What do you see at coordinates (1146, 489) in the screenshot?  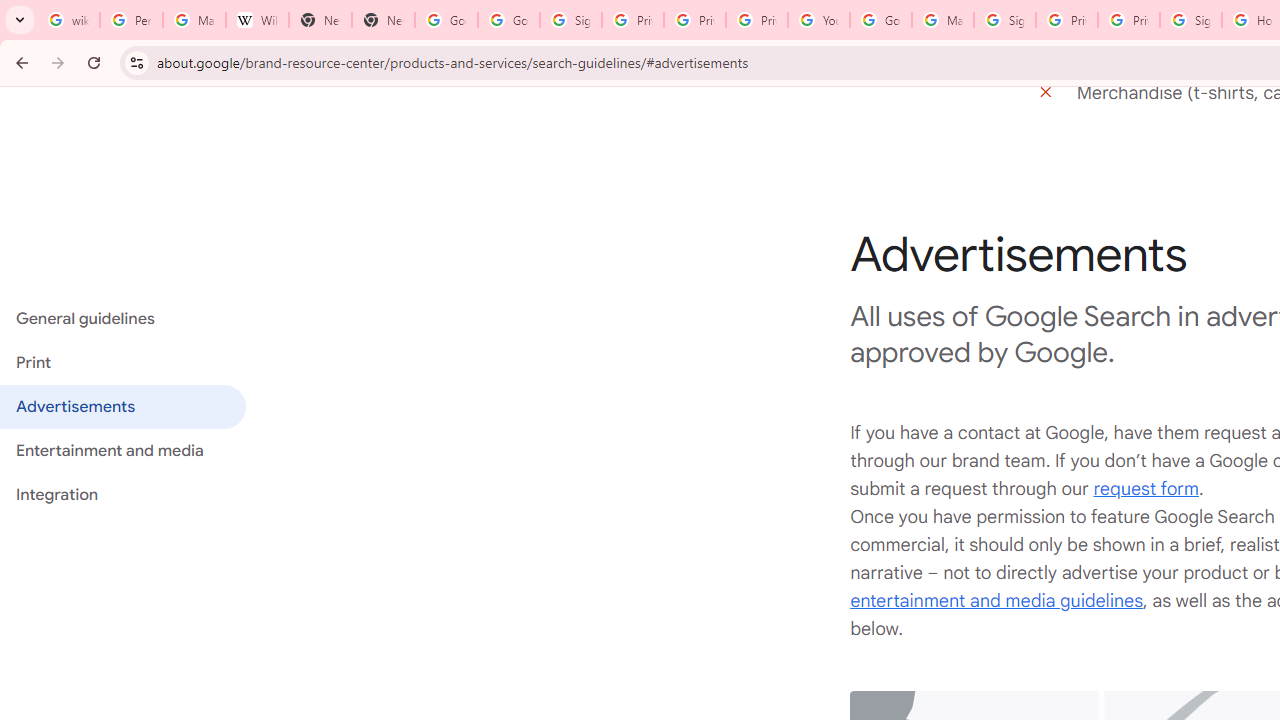 I see `'request form'` at bounding box center [1146, 489].